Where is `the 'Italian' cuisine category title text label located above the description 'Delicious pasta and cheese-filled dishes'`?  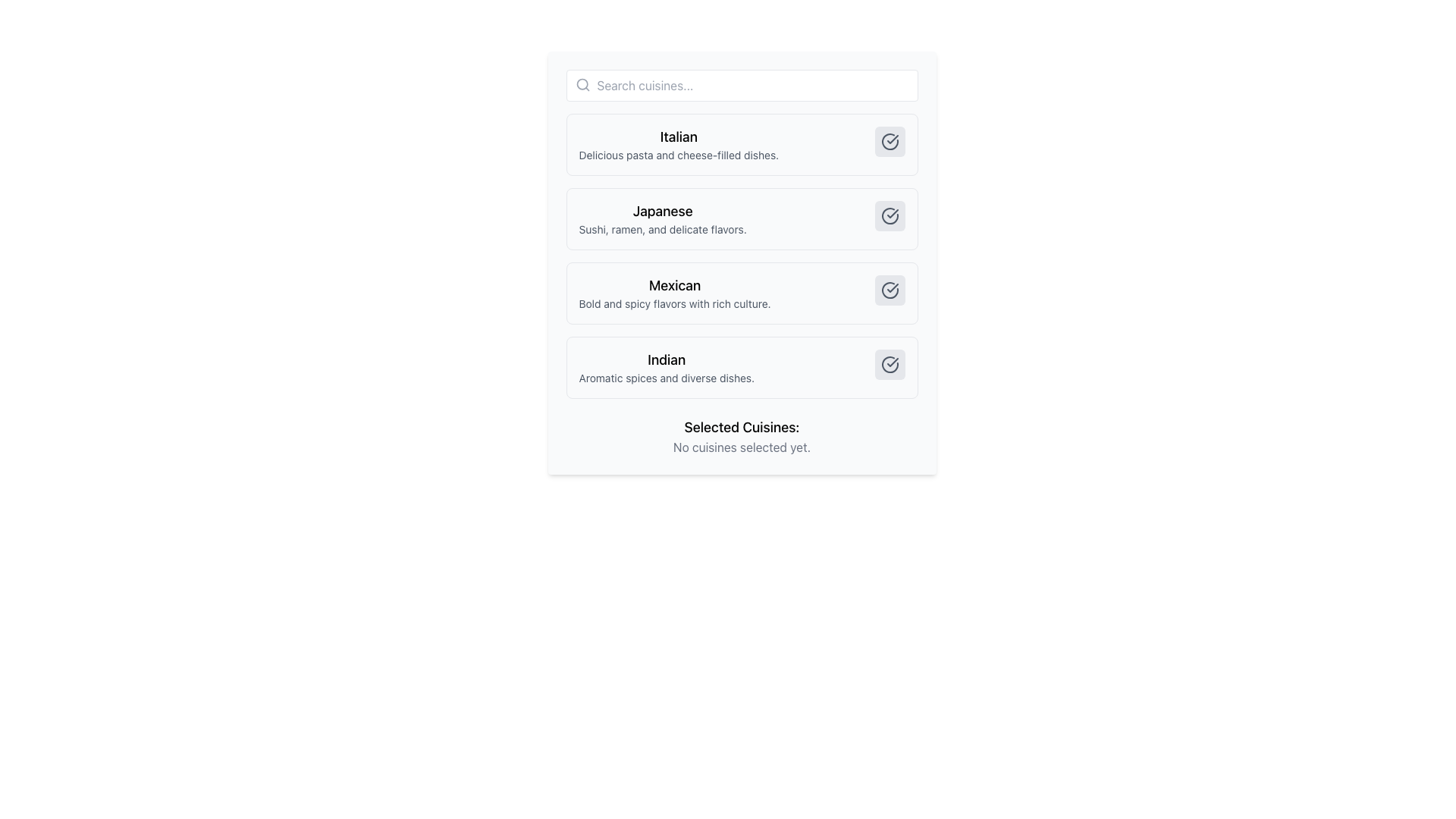
the 'Italian' cuisine category title text label located above the description 'Delicious pasta and cheese-filled dishes' is located at coordinates (678, 137).